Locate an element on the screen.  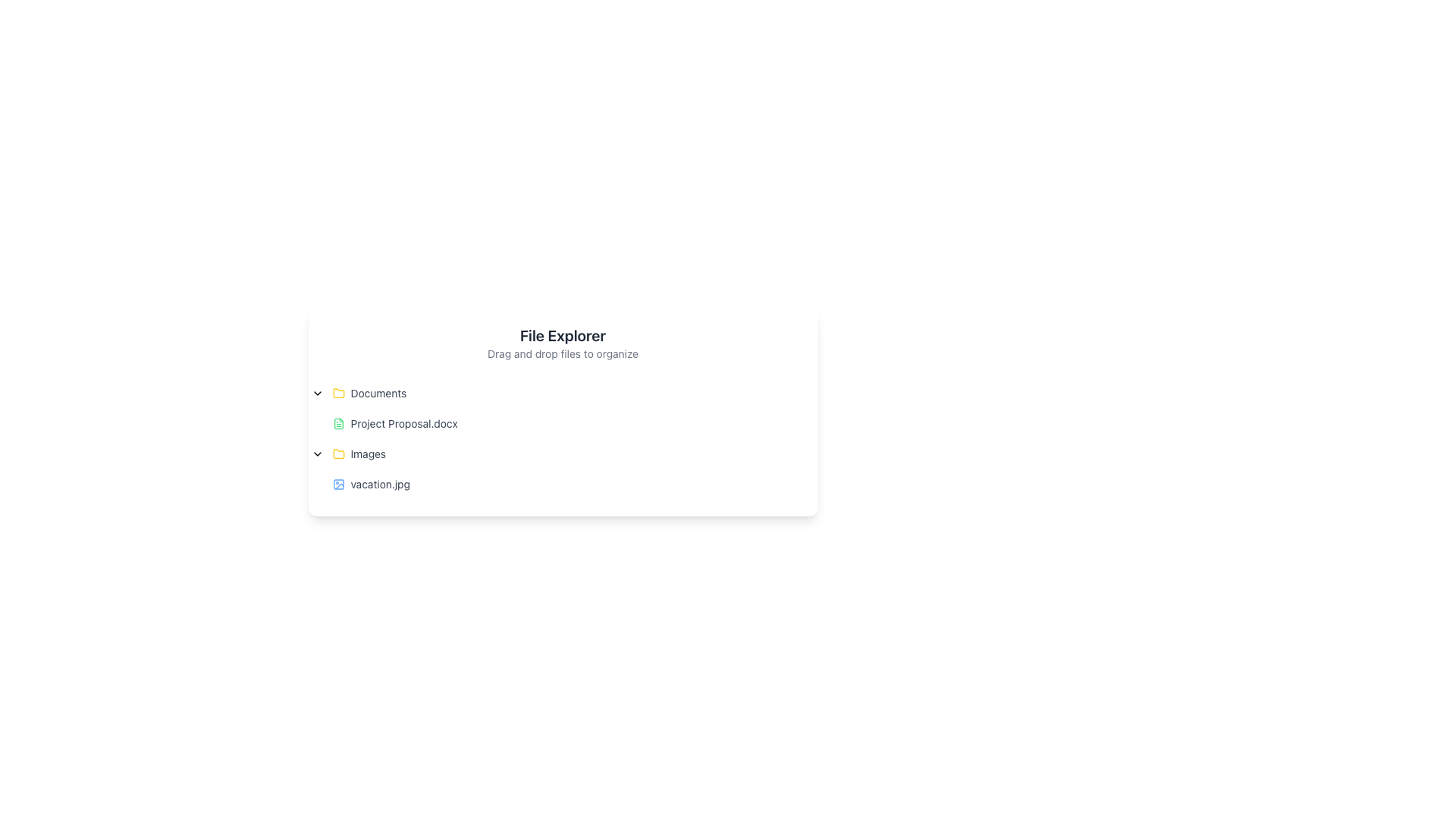
the small yellow folder icon located to the left of the 'Documents' text is located at coordinates (337, 393).